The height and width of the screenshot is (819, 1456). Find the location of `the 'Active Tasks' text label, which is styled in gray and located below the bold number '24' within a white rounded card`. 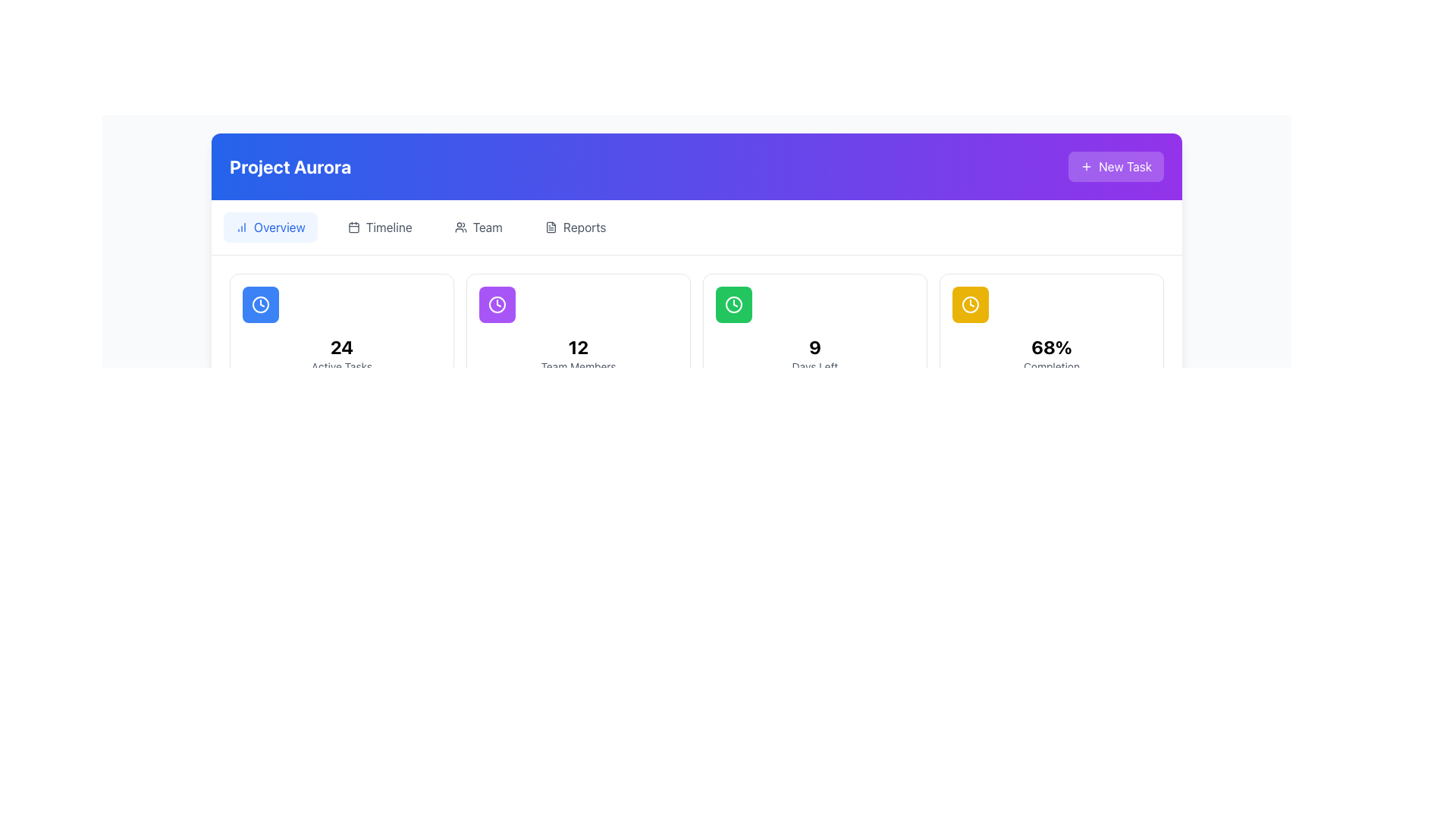

the 'Active Tasks' text label, which is styled in gray and located below the bold number '24' within a white rounded card is located at coordinates (341, 366).